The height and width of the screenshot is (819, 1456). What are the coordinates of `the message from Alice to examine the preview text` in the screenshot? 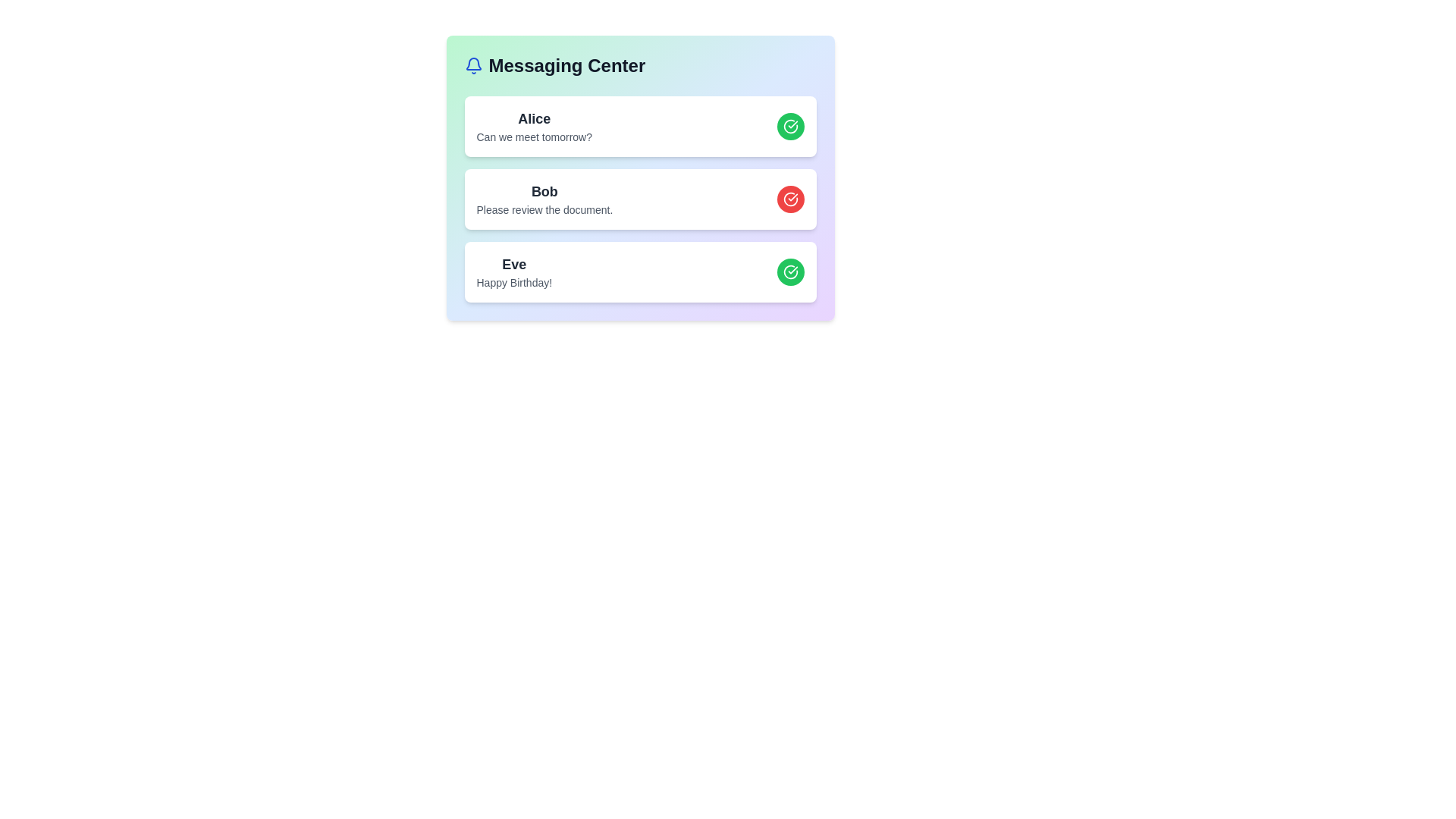 It's located at (534, 118).